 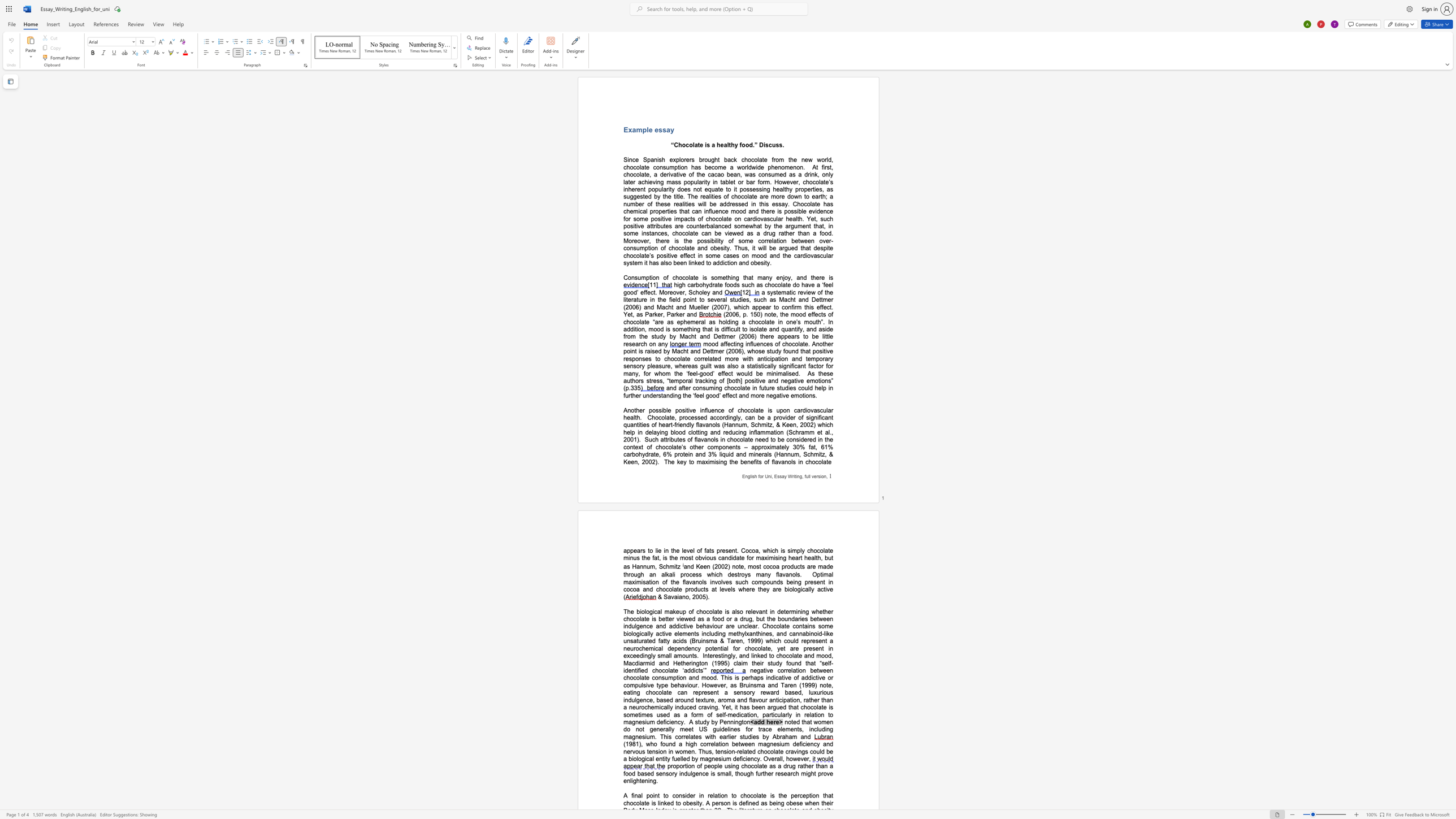 I want to click on the space between the continuous character "x" and "a" in the text, so click(x=632, y=129).